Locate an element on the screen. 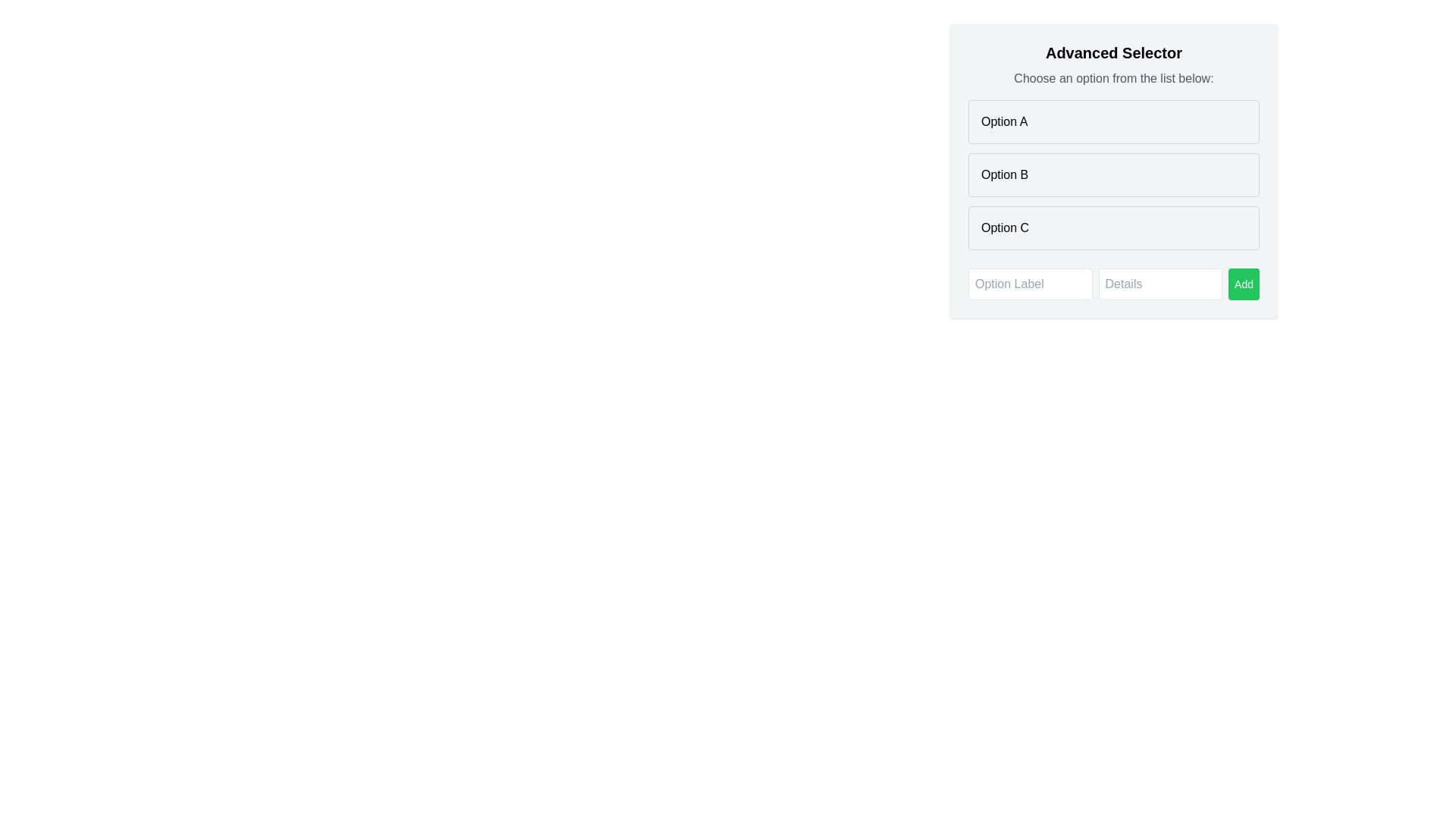  the vibrant green 'Add' button with white text at the rightmost end of the row containing the text input fields is located at coordinates (1244, 284).